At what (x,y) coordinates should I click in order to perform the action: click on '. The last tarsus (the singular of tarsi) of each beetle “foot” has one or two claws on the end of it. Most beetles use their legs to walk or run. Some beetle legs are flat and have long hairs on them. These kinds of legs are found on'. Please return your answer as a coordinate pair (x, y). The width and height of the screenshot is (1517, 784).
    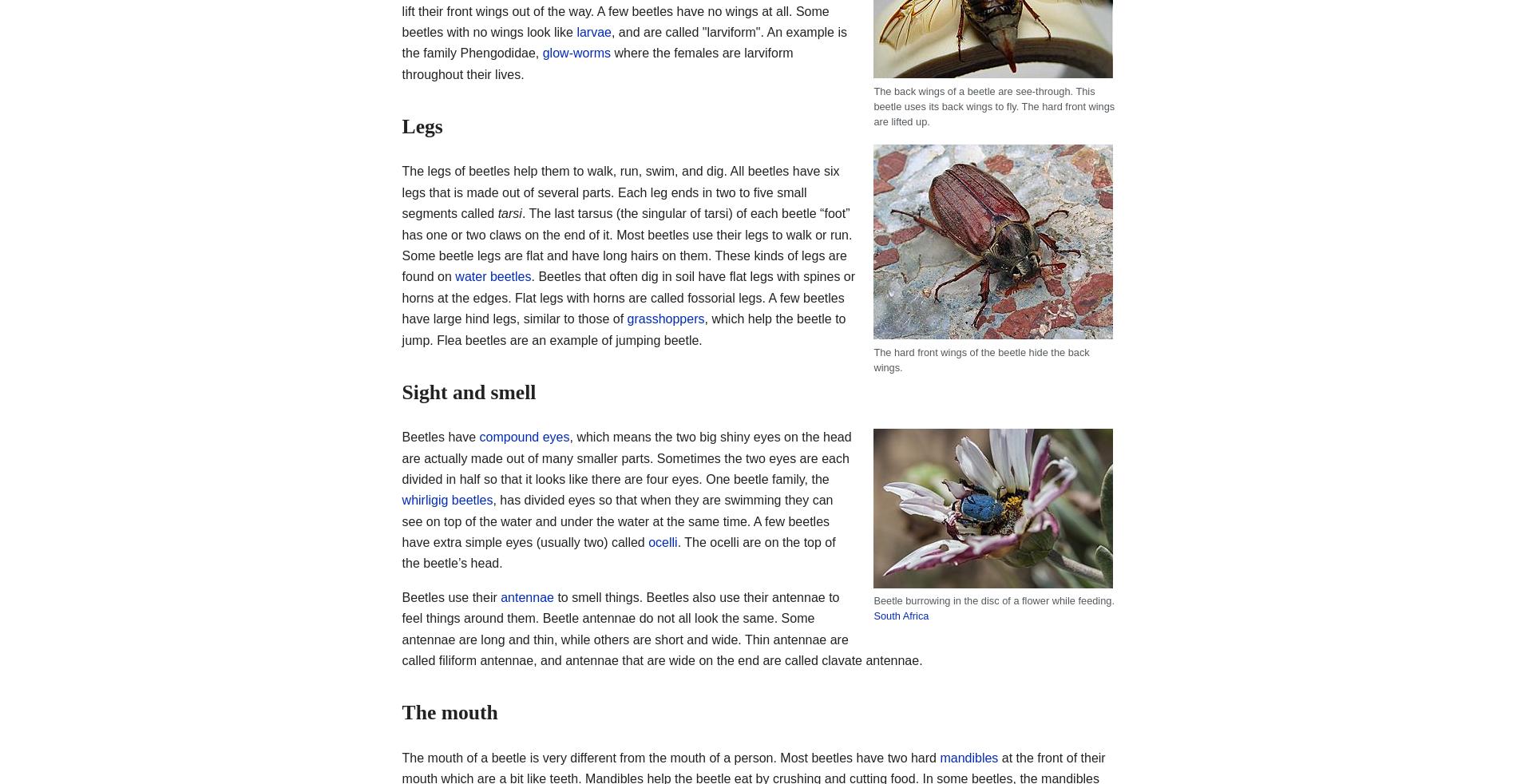
    Looking at the image, I should click on (626, 244).